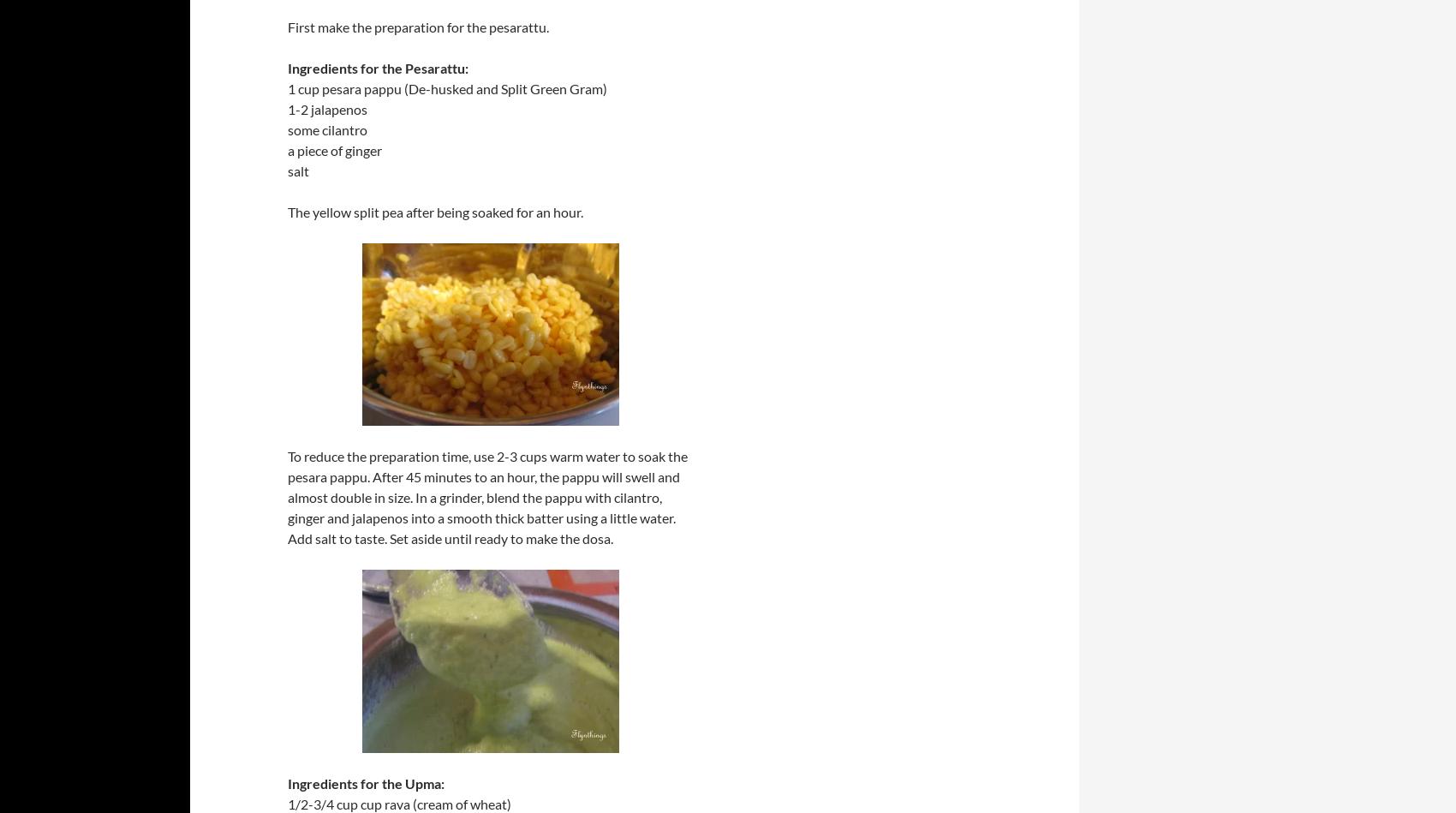 The height and width of the screenshot is (813, 1456). What do you see at coordinates (286, 68) in the screenshot?
I see `'Ingredients for the Pesarattu:'` at bounding box center [286, 68].